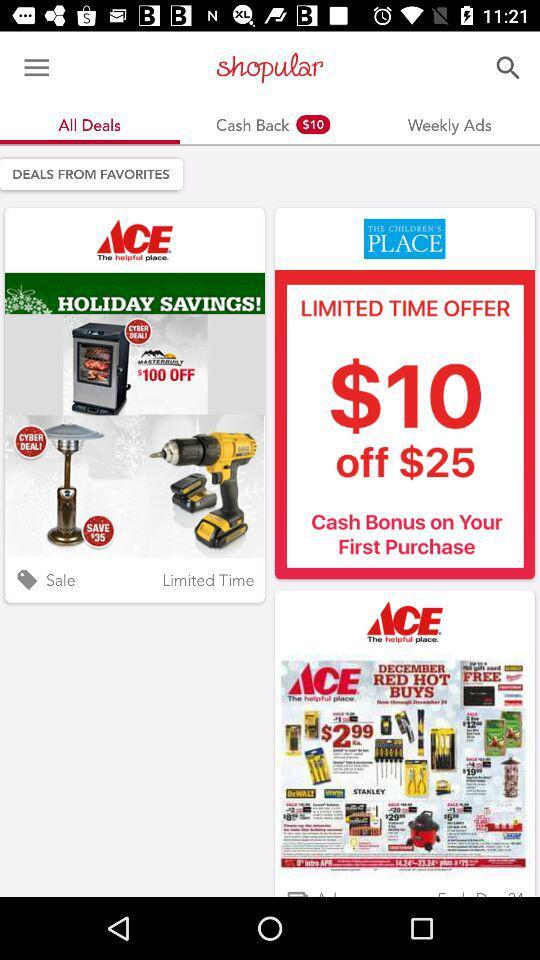 The height and width of the screenshot is (960, 540). What do you see at coordinates (36, 68) in the screenshot?
I see `icon above all deals` at bounding box center [36, 68].